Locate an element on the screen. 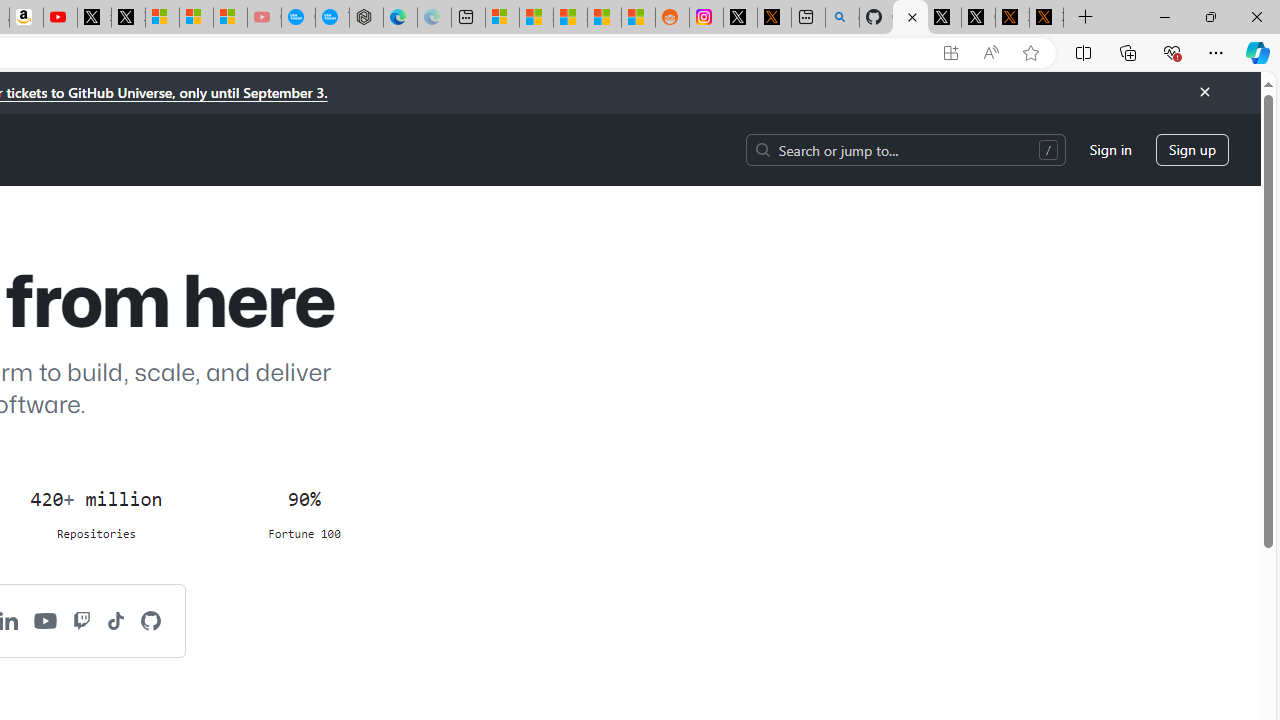 This screenshot has height=720, width=1280. 'Gloom - YouTube - Sleeping' is located at coordinates (263, 17).